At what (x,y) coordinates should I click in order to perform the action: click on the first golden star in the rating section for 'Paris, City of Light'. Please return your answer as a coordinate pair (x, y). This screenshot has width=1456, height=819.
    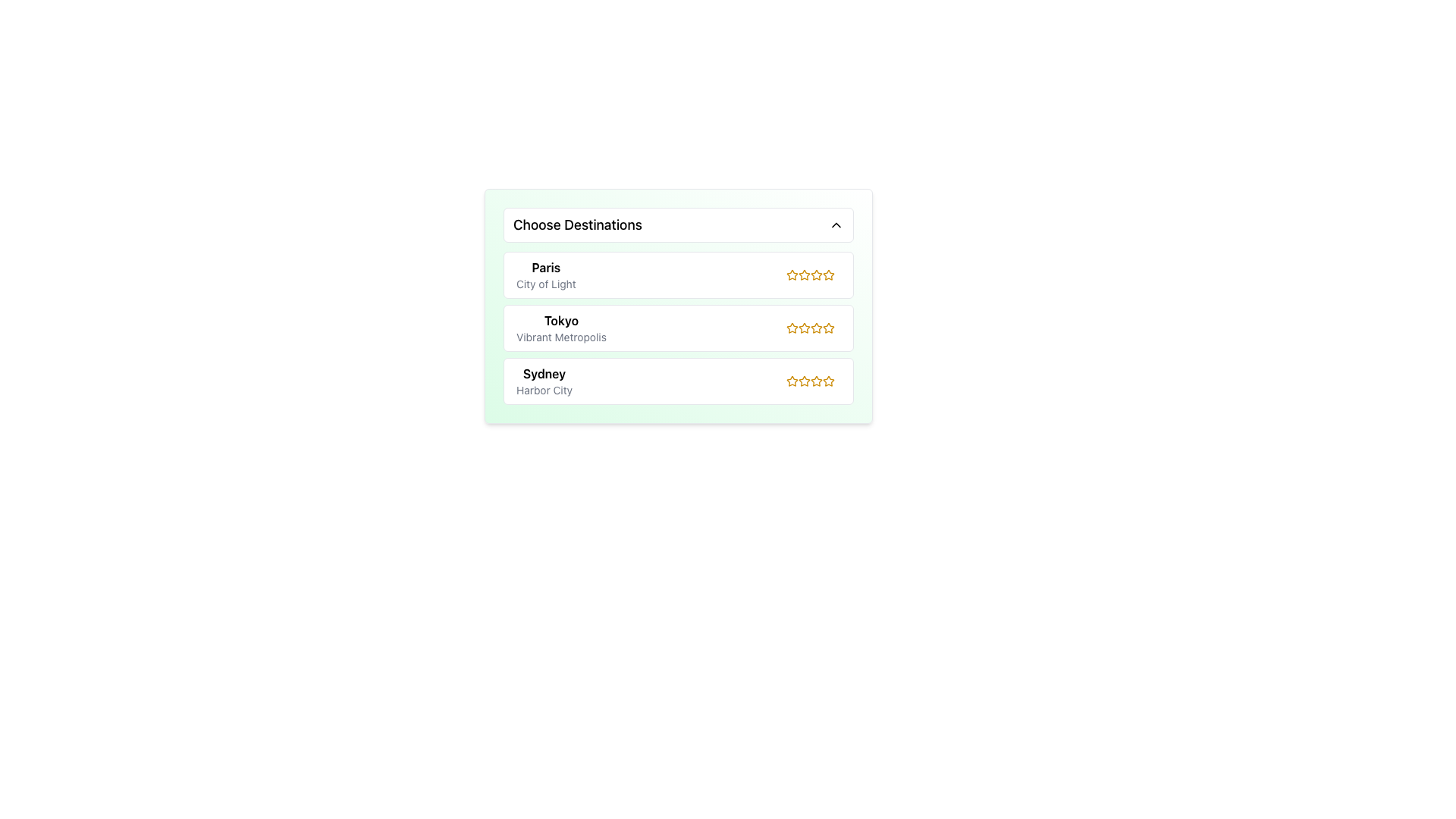
    Looking at the image, I should click on (828, 275).